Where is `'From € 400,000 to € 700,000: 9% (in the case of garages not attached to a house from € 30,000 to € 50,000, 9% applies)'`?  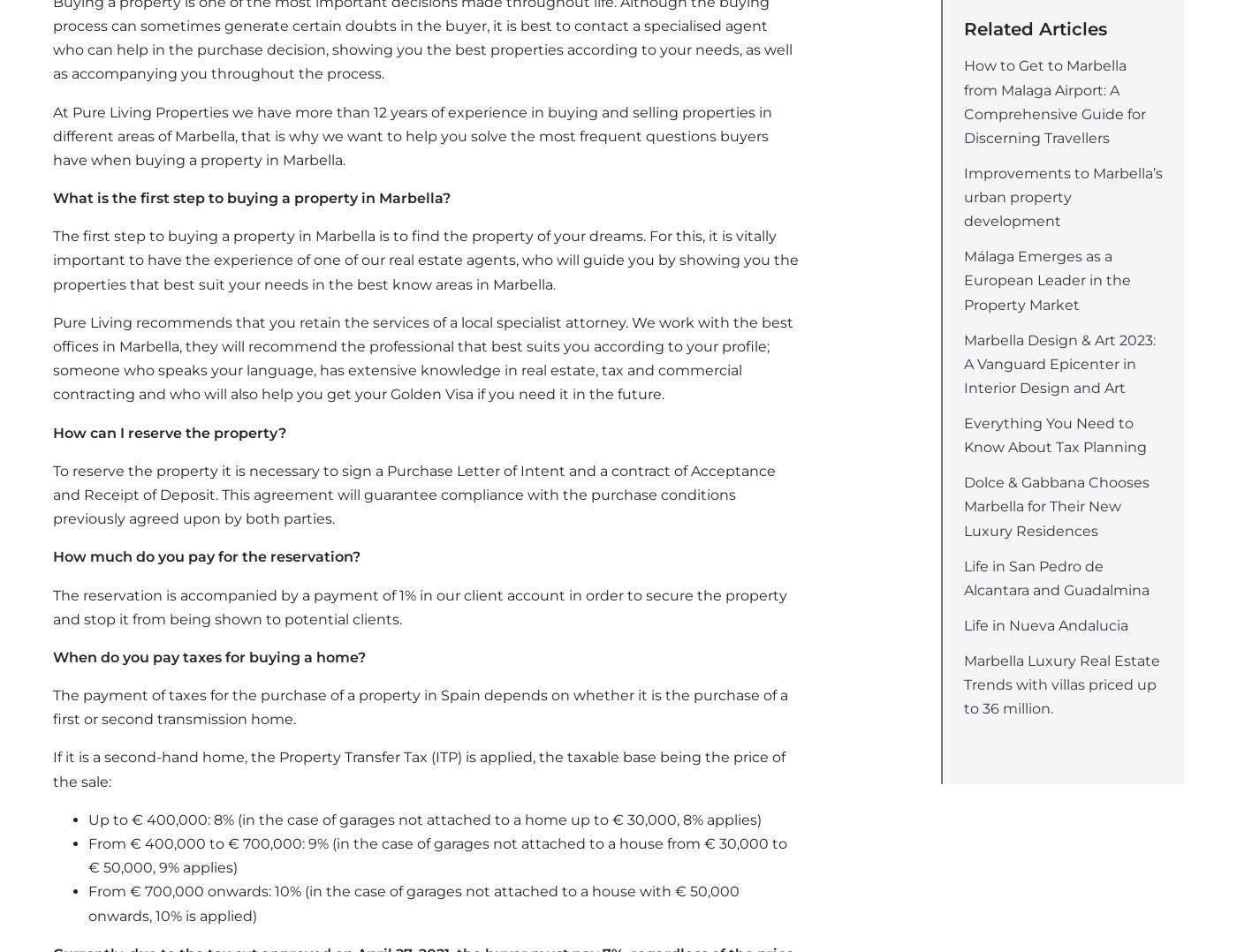 'From € 400,000 to € 700,000: 9% (in the case of garages not attached to a house from € 30,000 to € 50,000, 9% applies)' is located at coordinates (437, 856).